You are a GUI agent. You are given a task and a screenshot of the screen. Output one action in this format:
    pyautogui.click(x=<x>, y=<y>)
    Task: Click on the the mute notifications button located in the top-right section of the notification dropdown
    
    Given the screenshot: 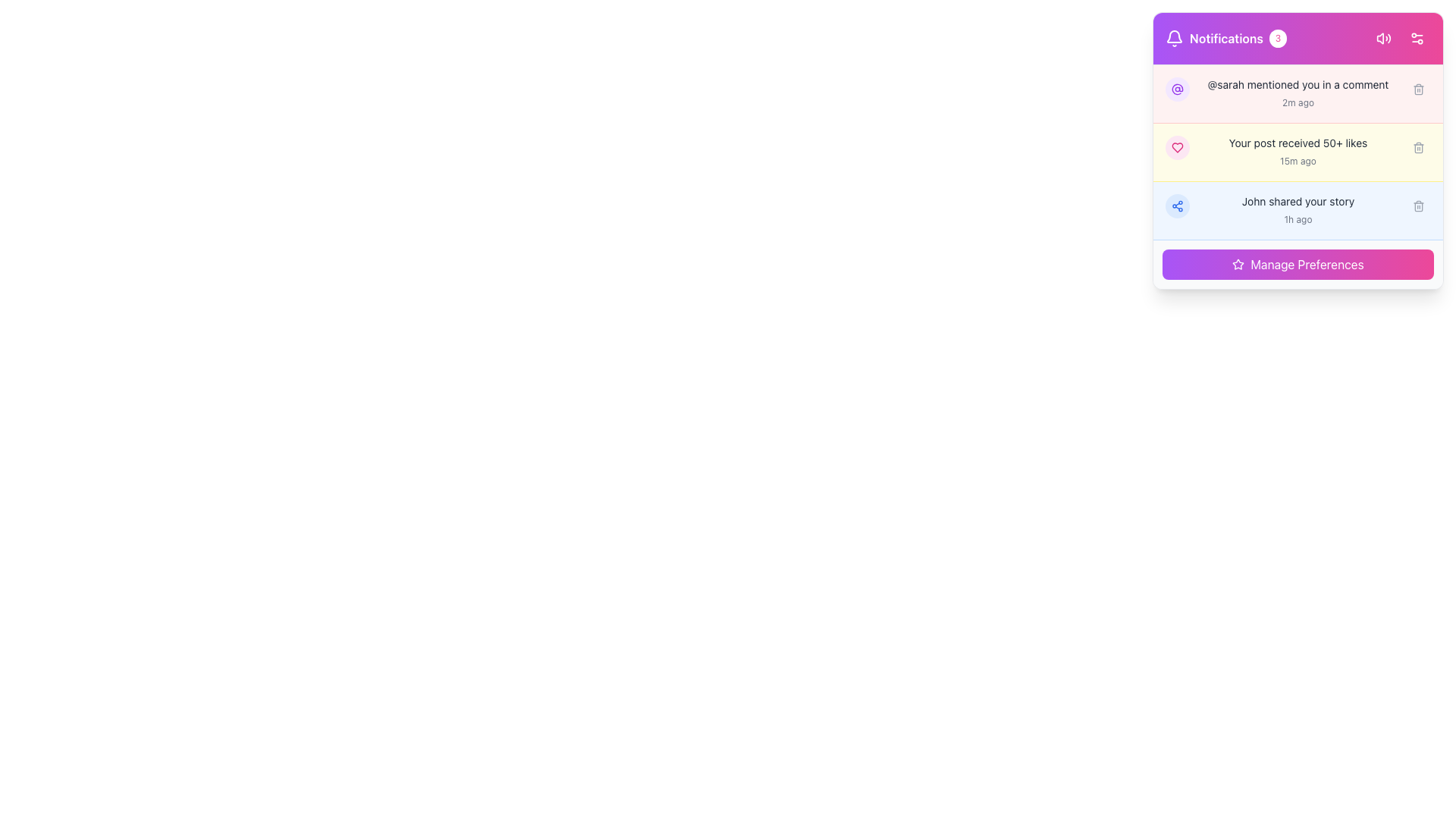 What is the action you would take?
    pyautogui.click(x=1383, y=37)
    